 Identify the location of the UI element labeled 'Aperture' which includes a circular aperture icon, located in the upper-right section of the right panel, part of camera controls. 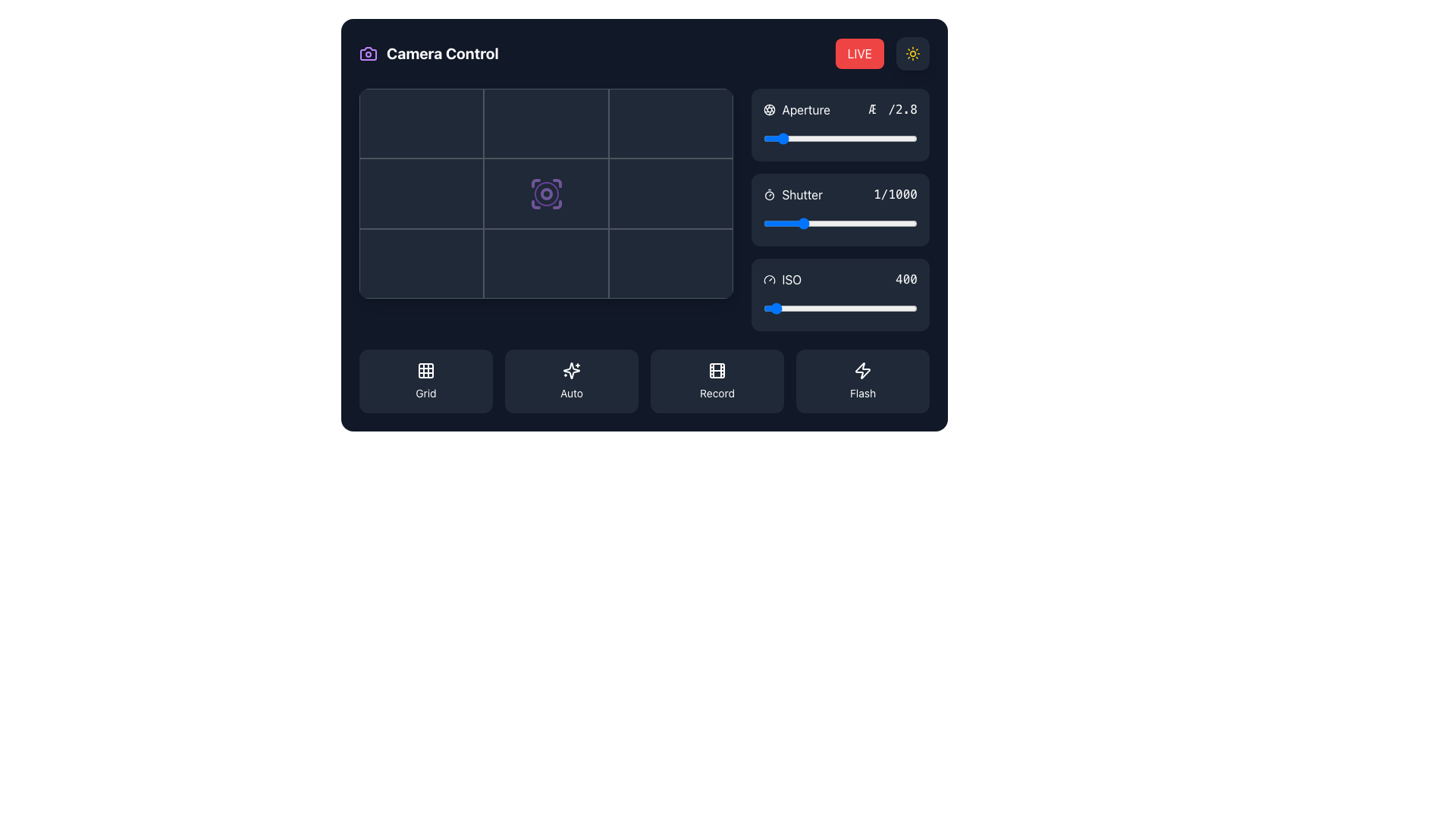
(796, 109).